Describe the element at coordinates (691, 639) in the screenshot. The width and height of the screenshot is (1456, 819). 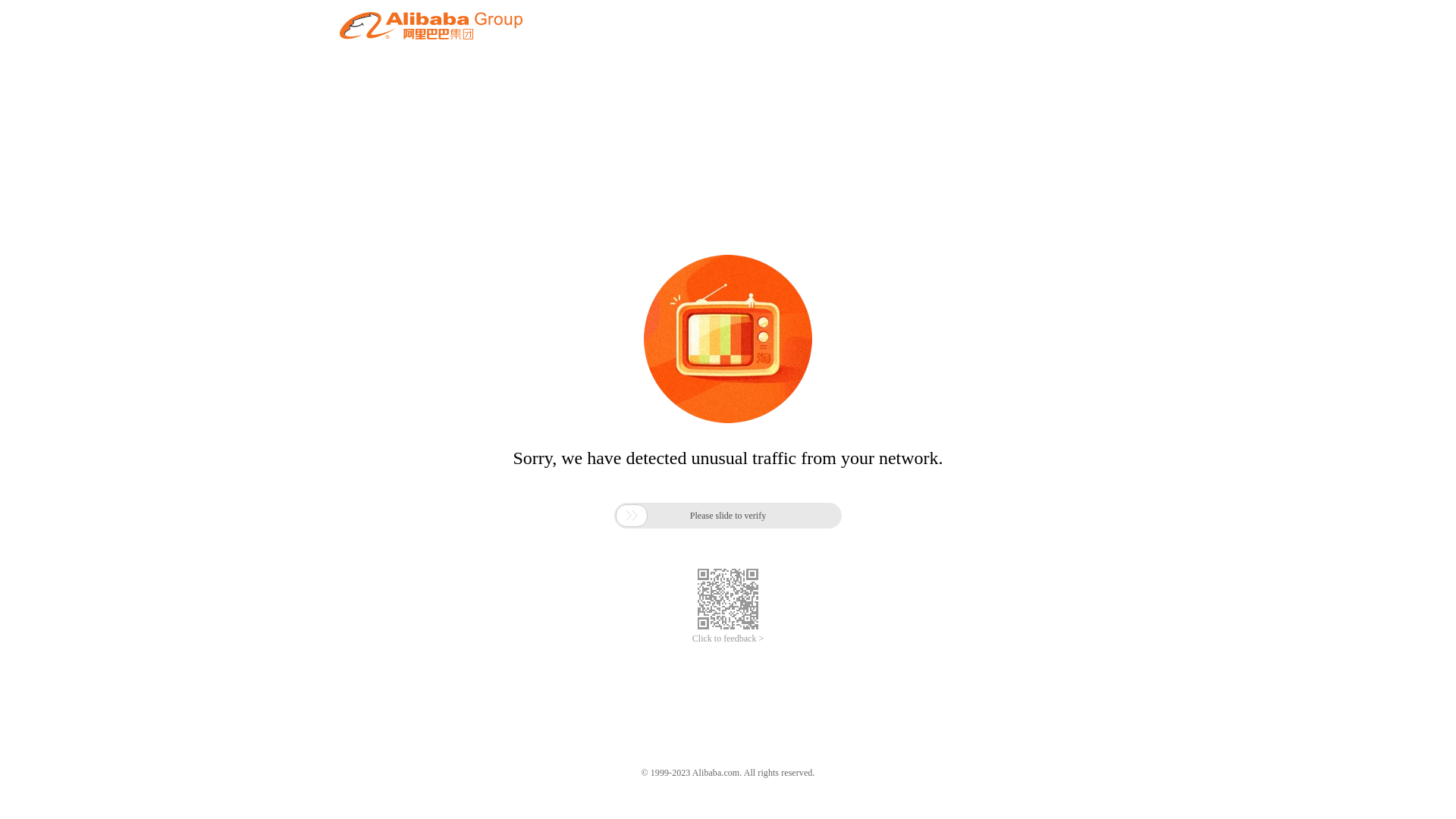
I see `'Click to feedback >'` at that location.